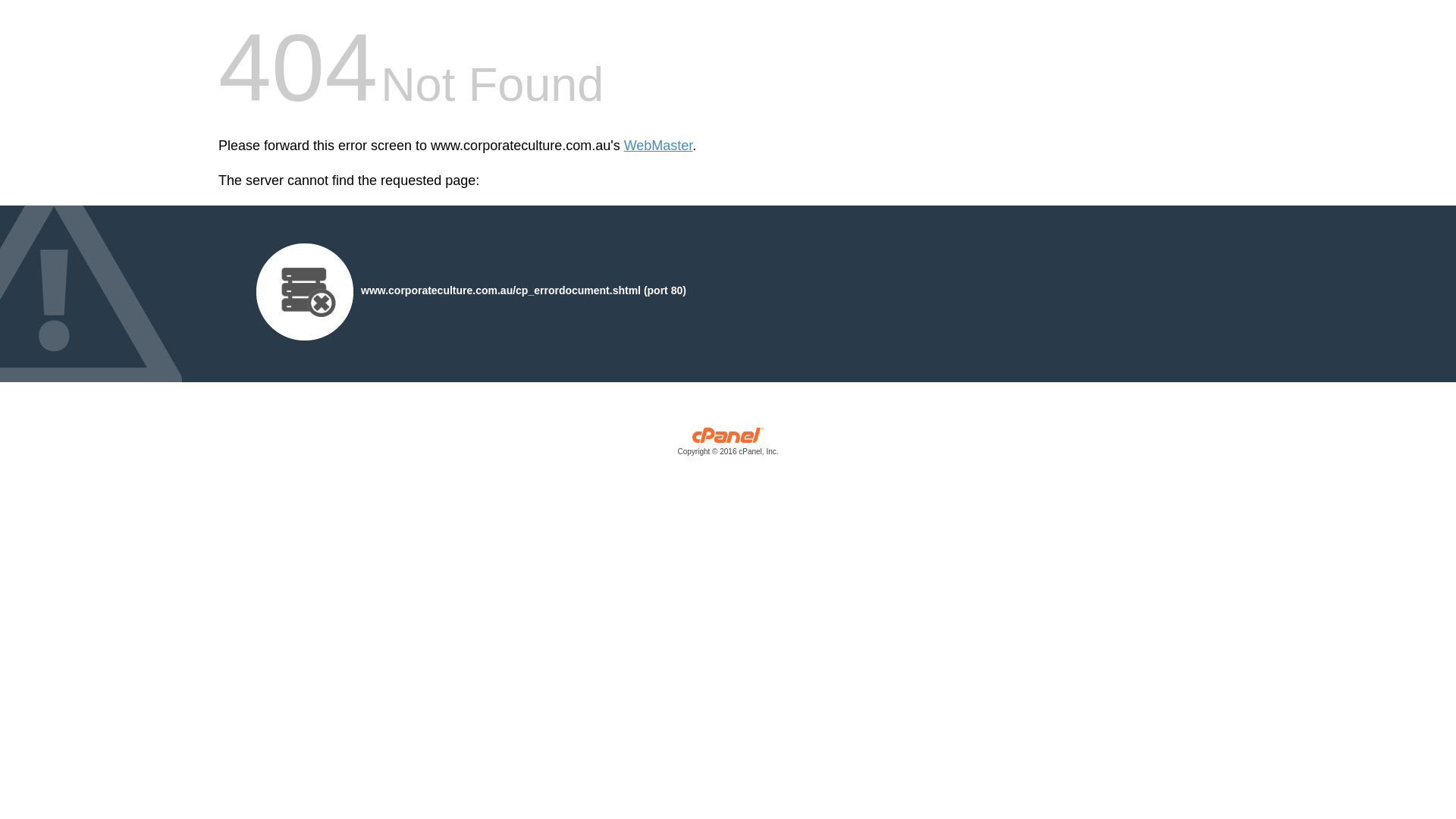  I want to click on 'WebMaster', so click(658, 146).